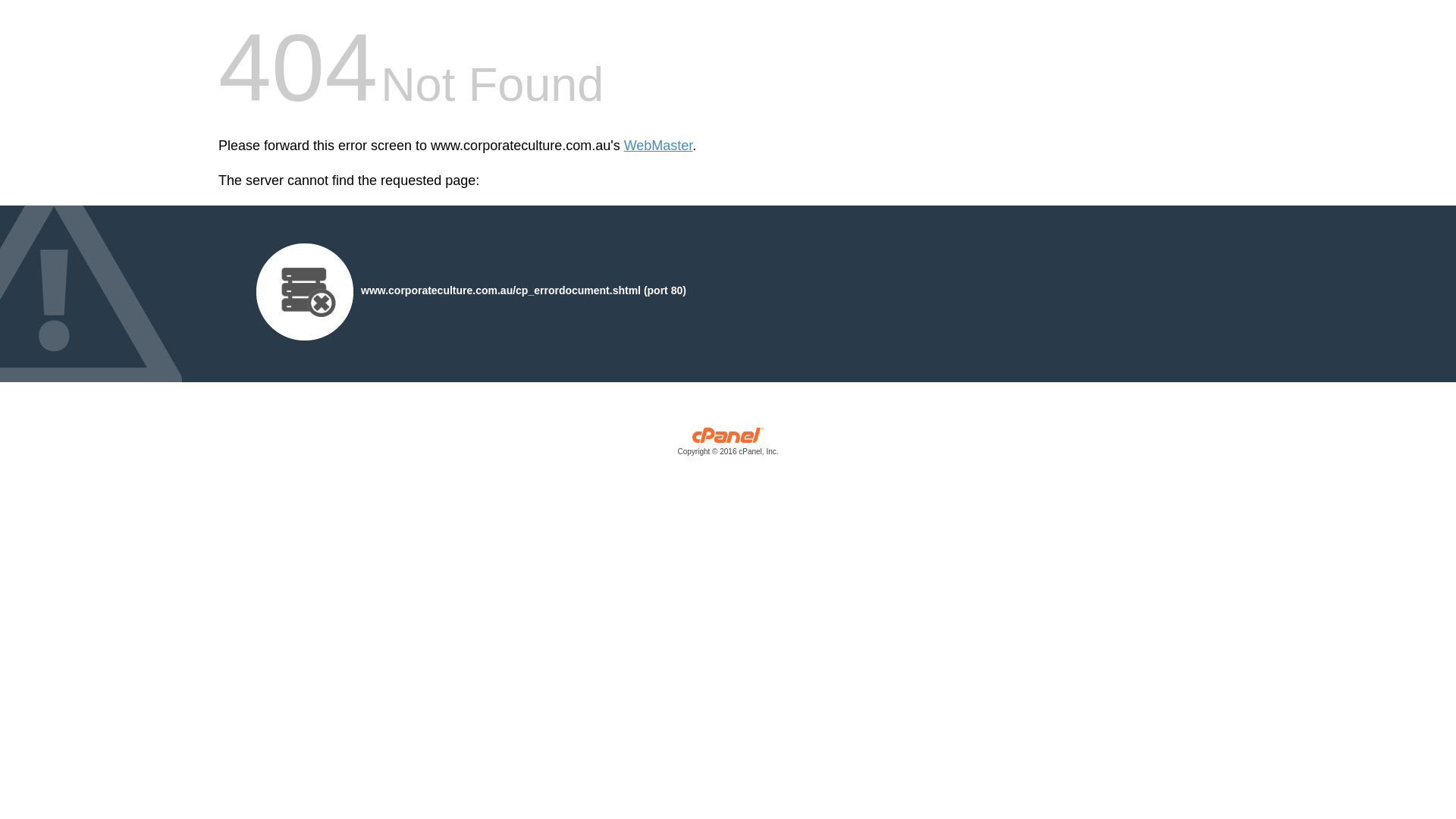  I want to click on 'WebMaster', so click(658, 146).